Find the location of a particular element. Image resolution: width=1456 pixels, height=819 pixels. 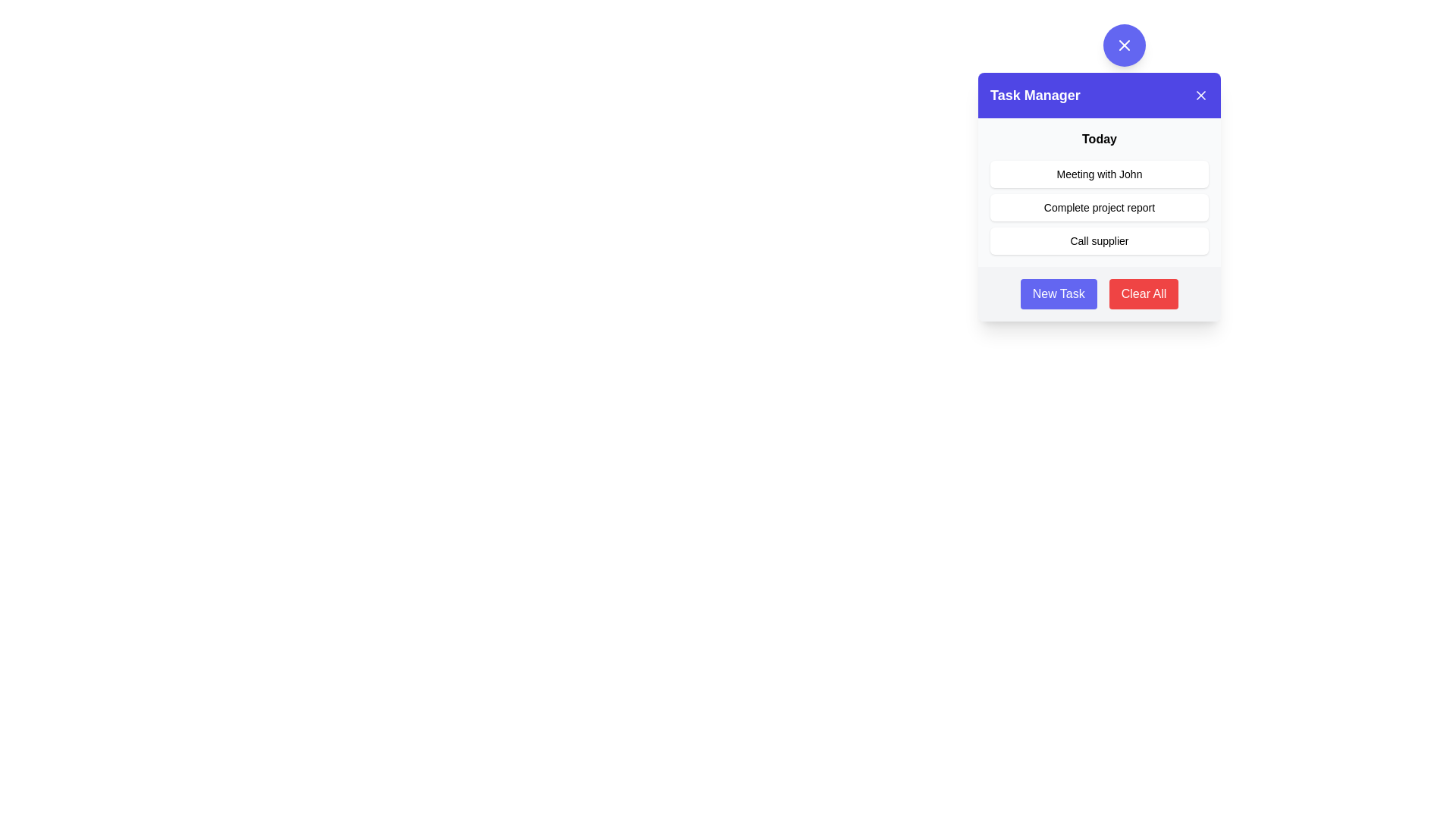

text label displaying 'Meeting with John' which is the first item in the task list under the 'Today' heading inside the 'Task Manager' popup is located at coordinates (1099, 174).